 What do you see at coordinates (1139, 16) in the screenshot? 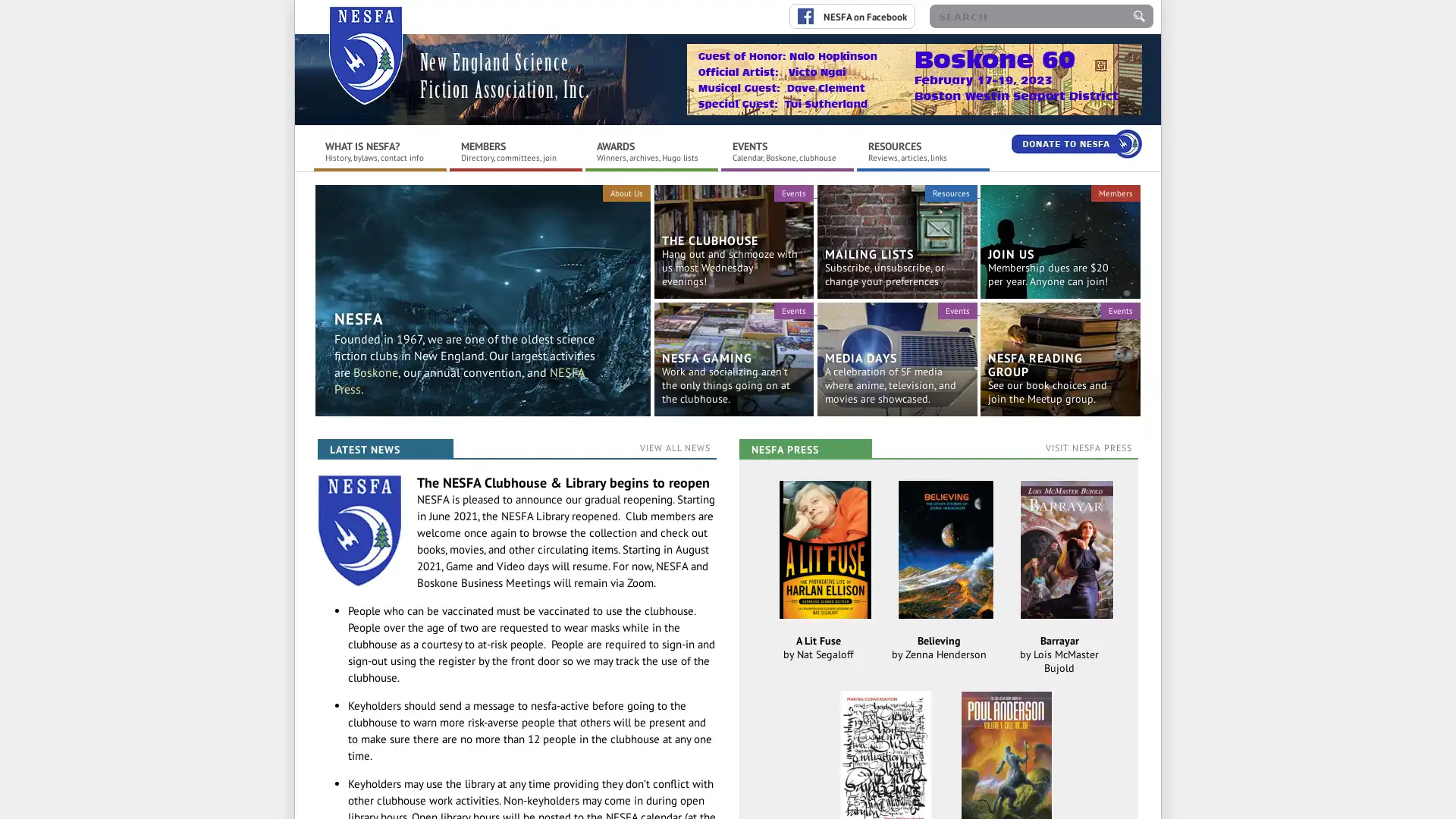
I see `submit` at bounding box center [1139, 16].